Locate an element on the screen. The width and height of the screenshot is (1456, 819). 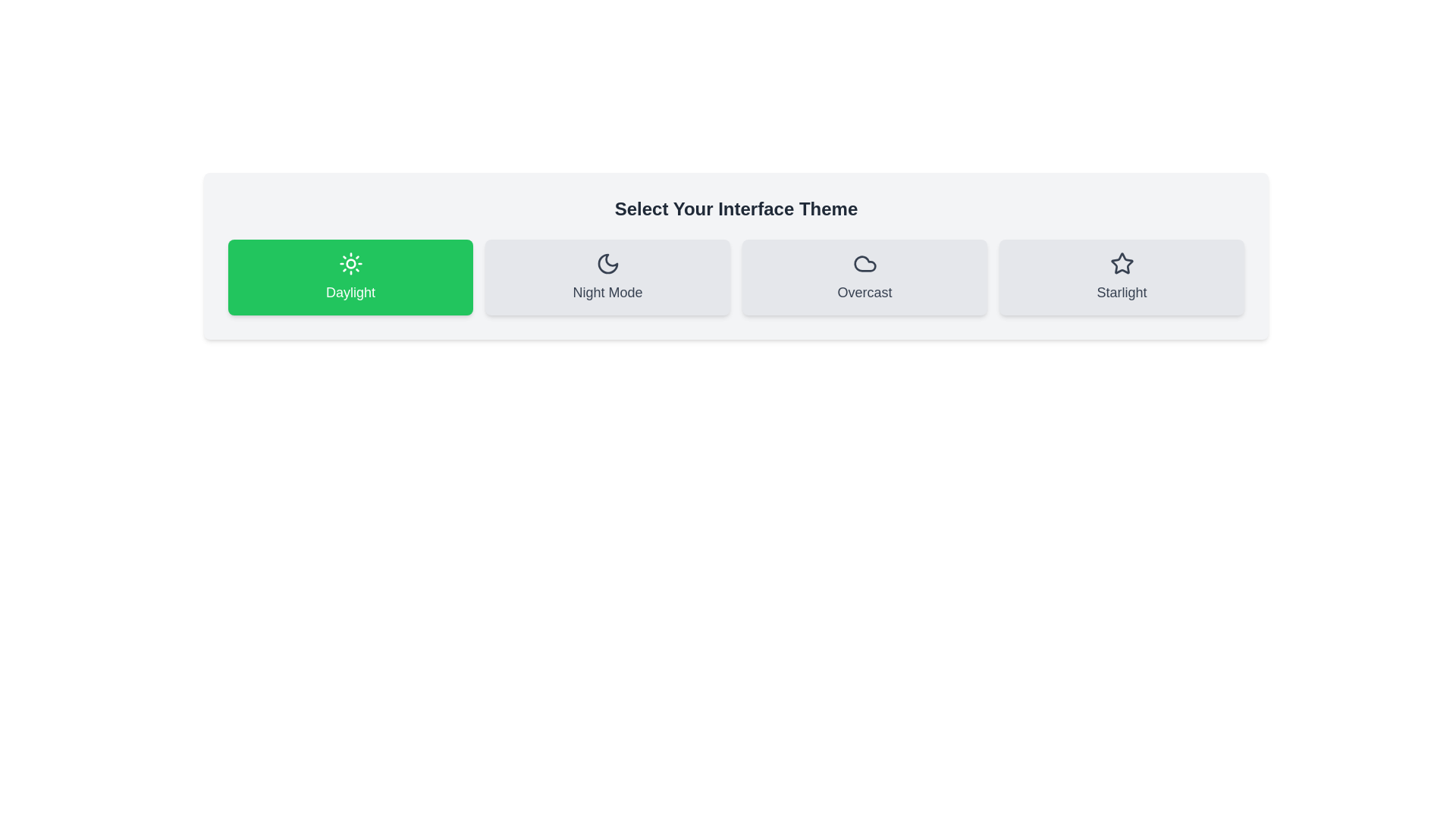
the theme by clicking on the Starlight button is located at coordinates (1122, 278).